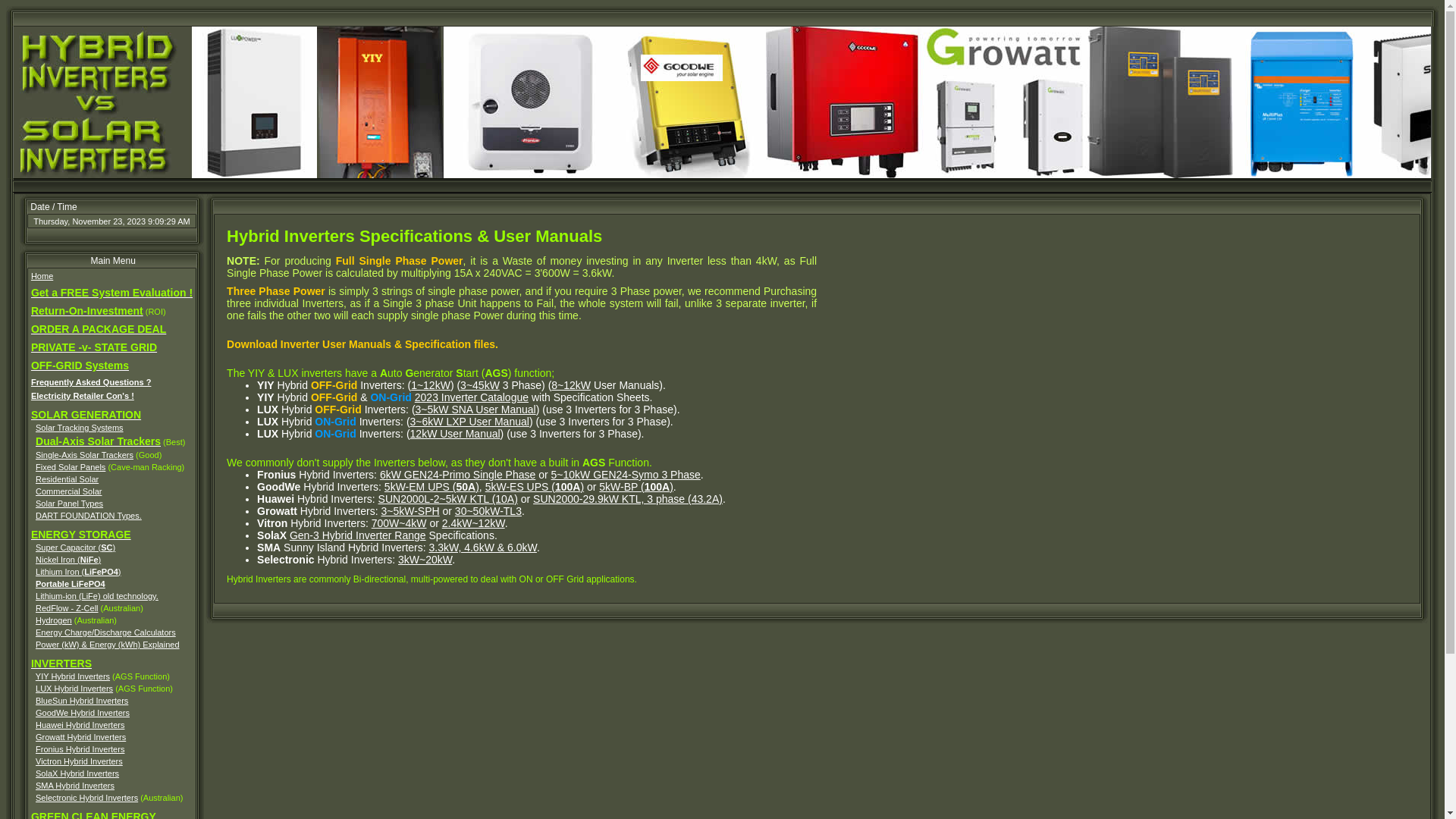 The width and height of the screenshot is (1456, 819). Describe the element at coordinates (482, 547) in the screenshot. I see `'3.3kW, 4.6kW & 6.0kW'` at that location.